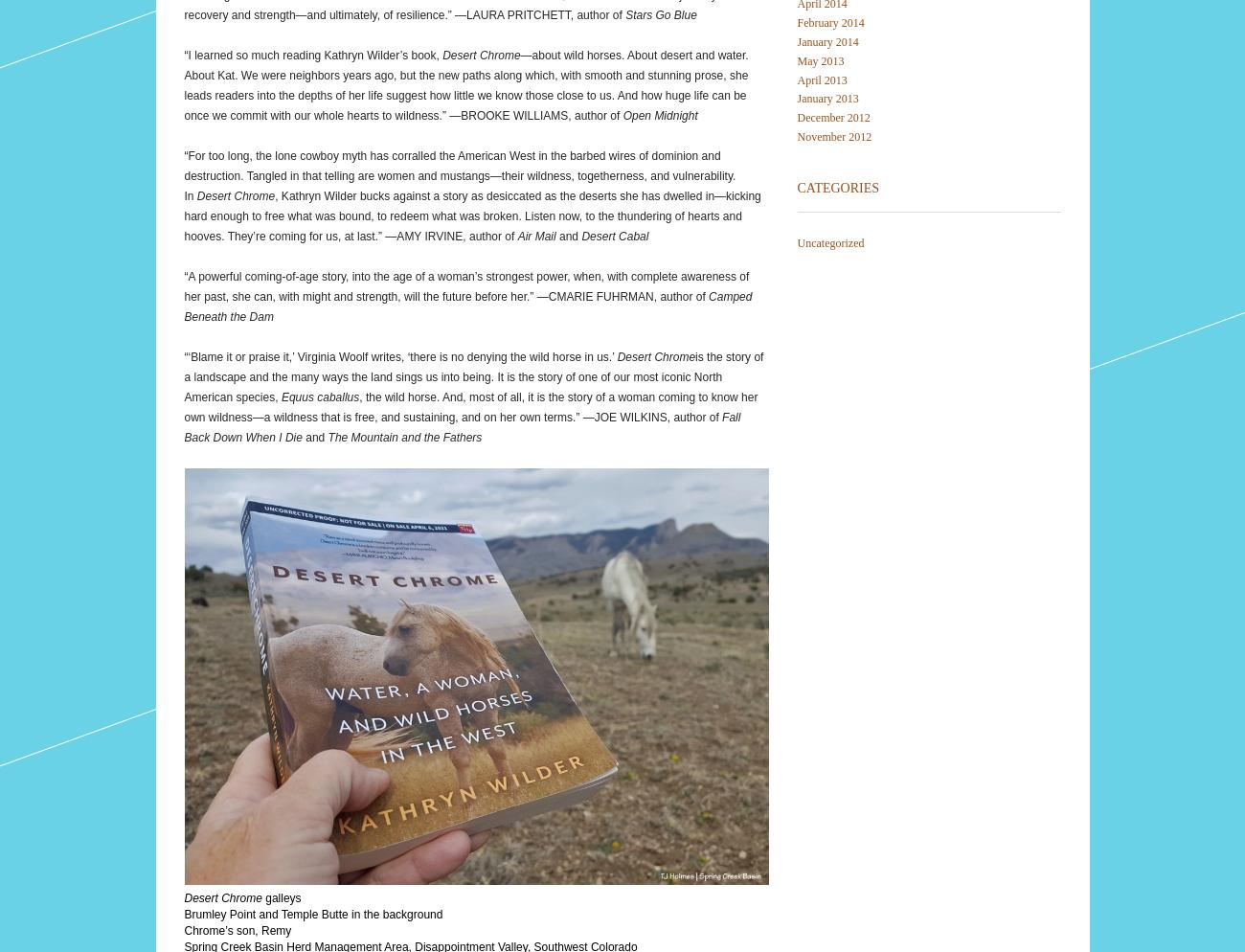 This screenshot has height=952, width=1245. What do you see at coordinates (831, 116) in the screenshot?
I see `'December 2012'` at bounding box center [831, 116].